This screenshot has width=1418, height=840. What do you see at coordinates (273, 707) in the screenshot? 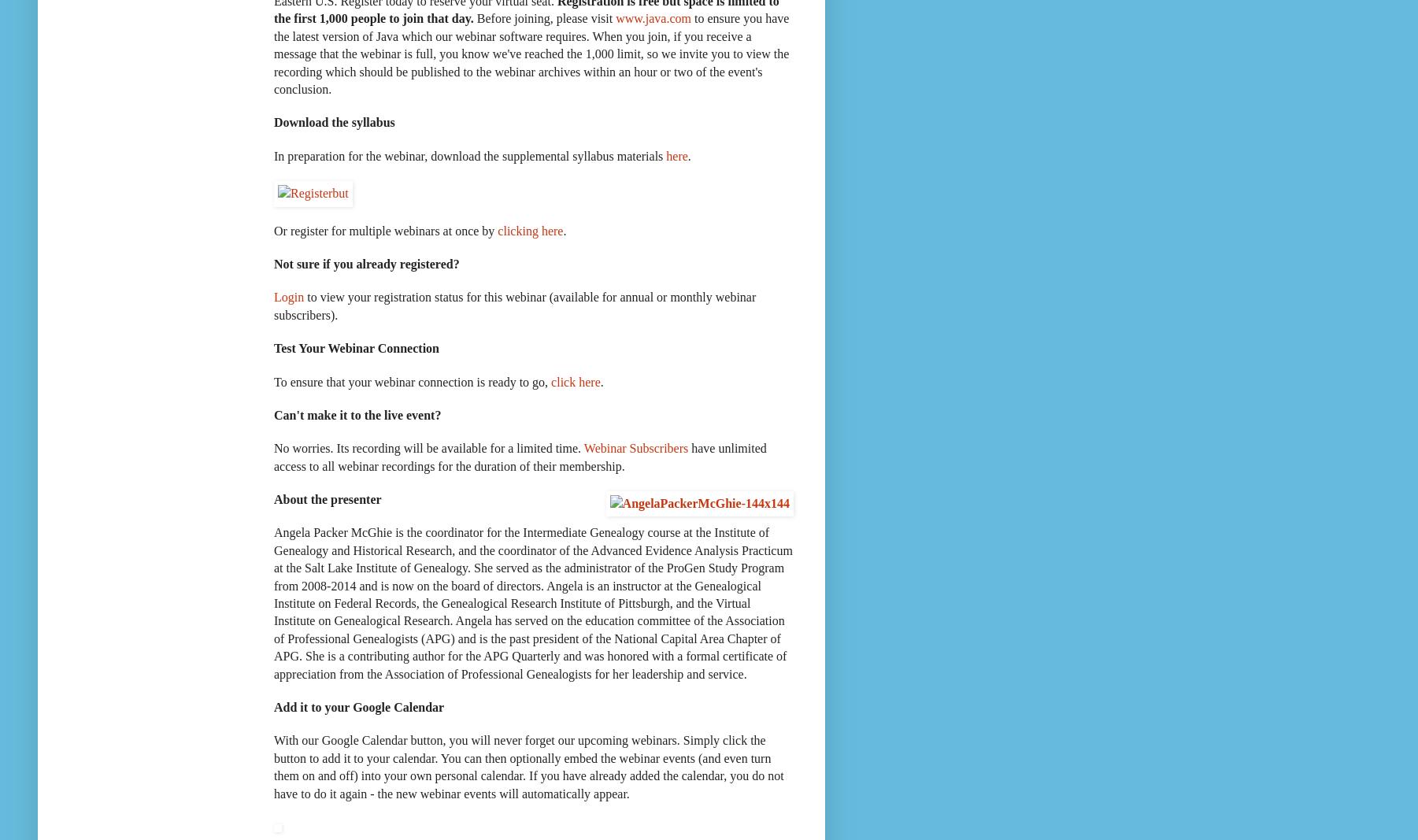
I see `'Add it to your Google Calendar'` at bounding box center [273, 707].